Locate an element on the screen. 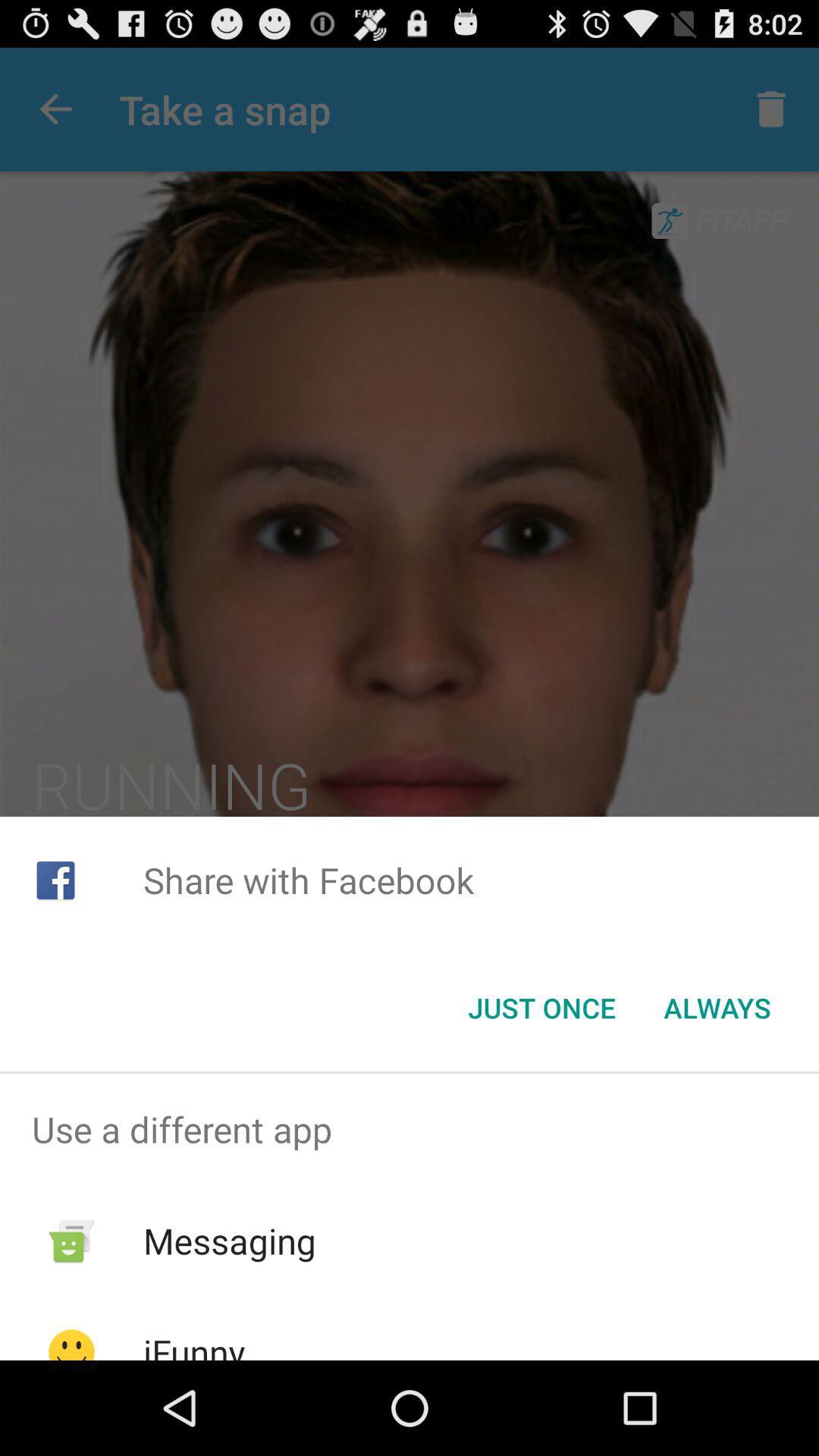  the ifunny app is located at coordinates (193, 1344).